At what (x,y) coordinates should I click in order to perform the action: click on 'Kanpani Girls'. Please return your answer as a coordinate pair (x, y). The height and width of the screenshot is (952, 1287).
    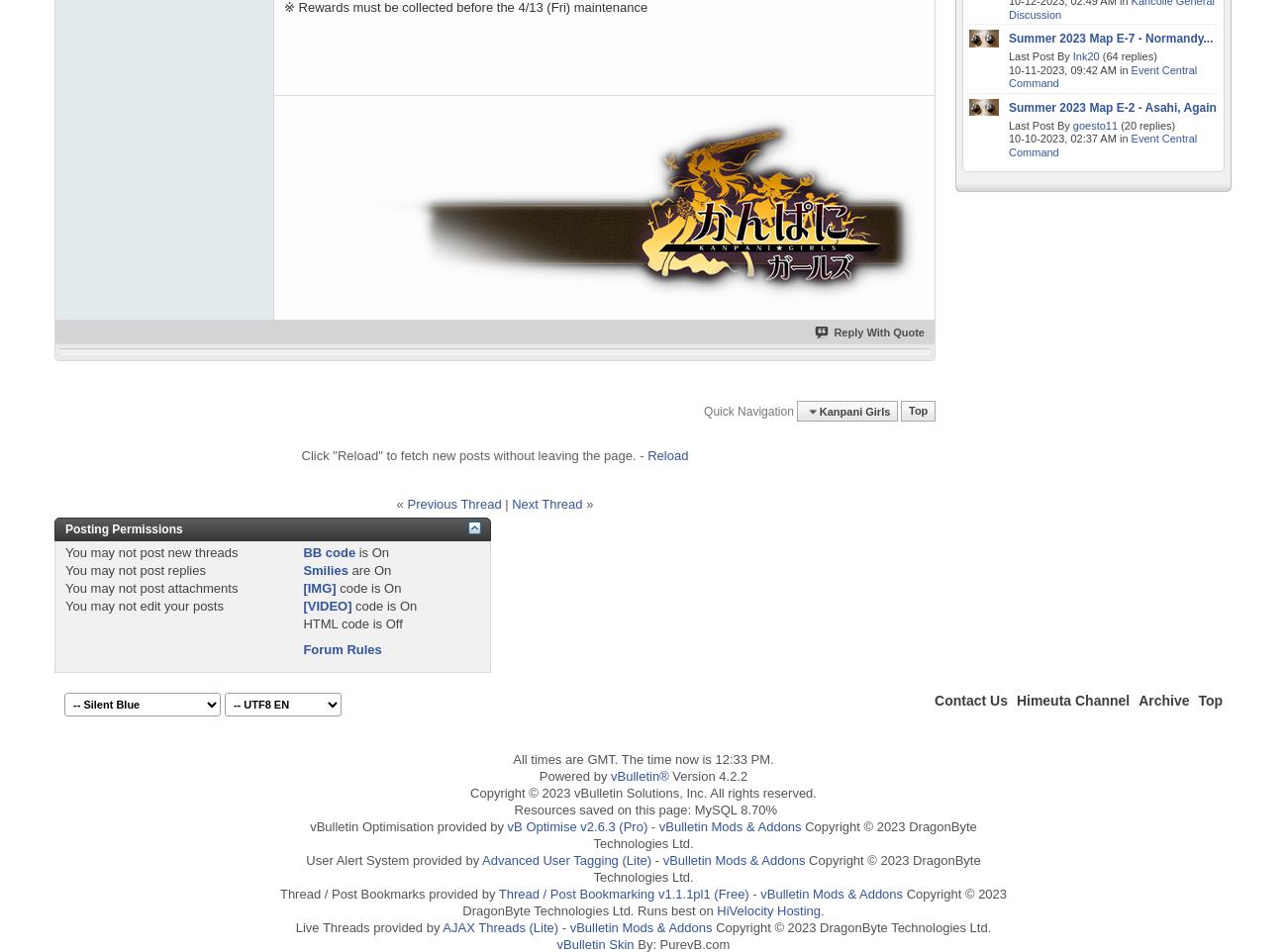
    Looking at the image, I should click on (853, 410).